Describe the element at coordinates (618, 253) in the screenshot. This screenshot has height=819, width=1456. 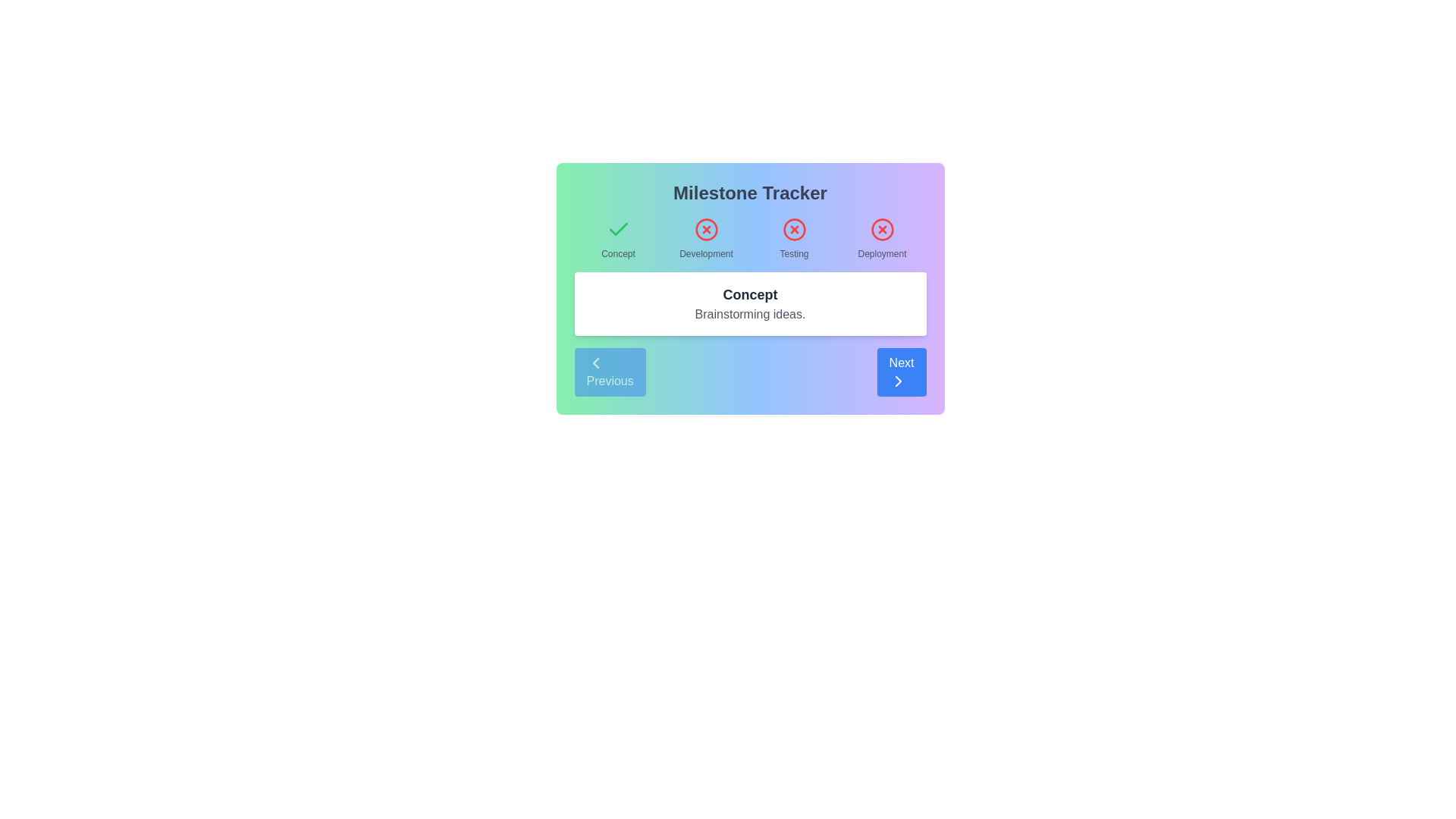
I see `text content of the label indicating the completed milestone phase as 'Concept', located under the green checkmark icon in the milestone tracker interface` at that location.